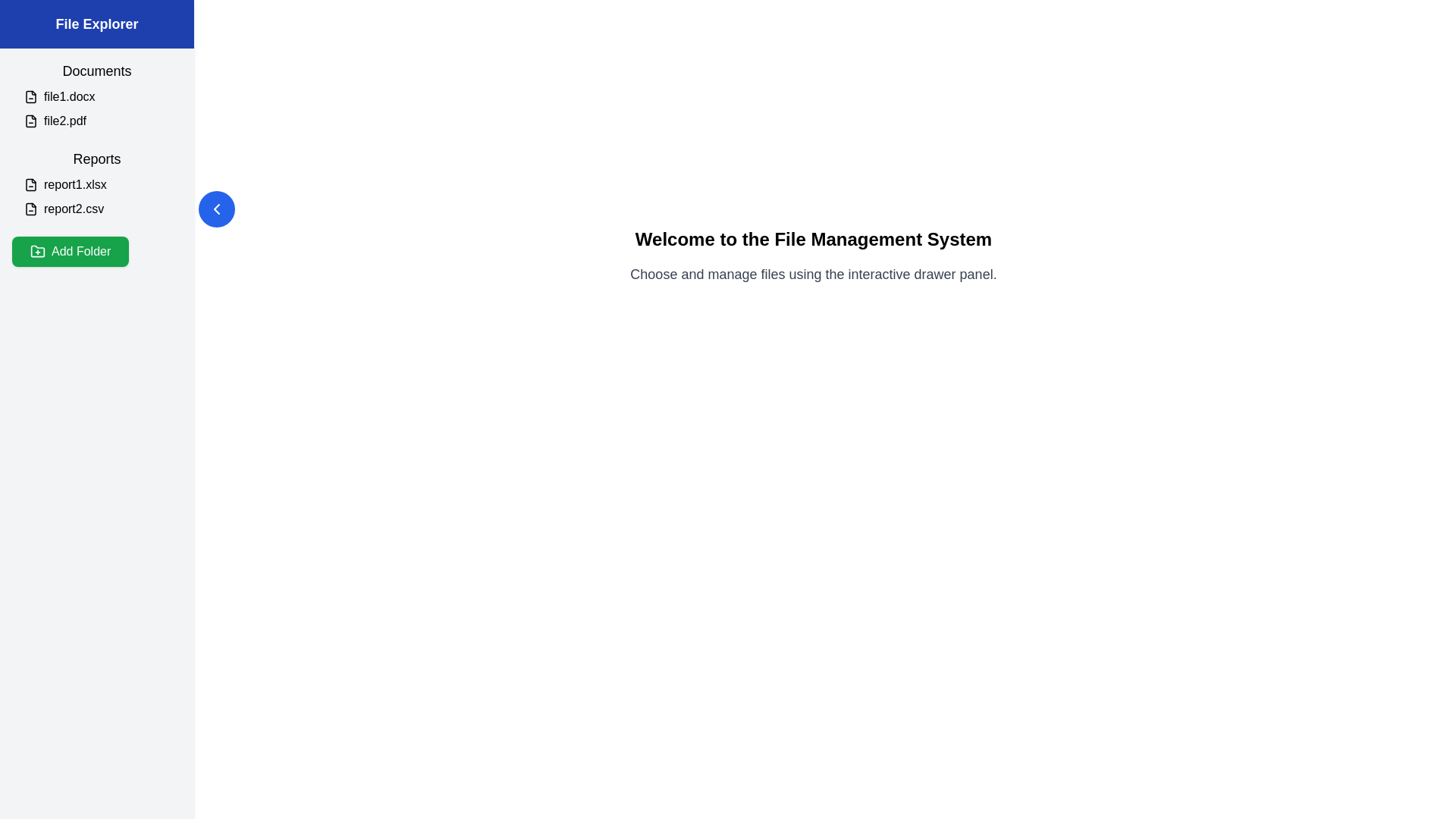 Image resolution: width=1456 pixels, height=819 pixels. Describe the element at coordinates (216, 209) in the screenshot. I see `the button located in the top-left corner of the main content area` at that location.